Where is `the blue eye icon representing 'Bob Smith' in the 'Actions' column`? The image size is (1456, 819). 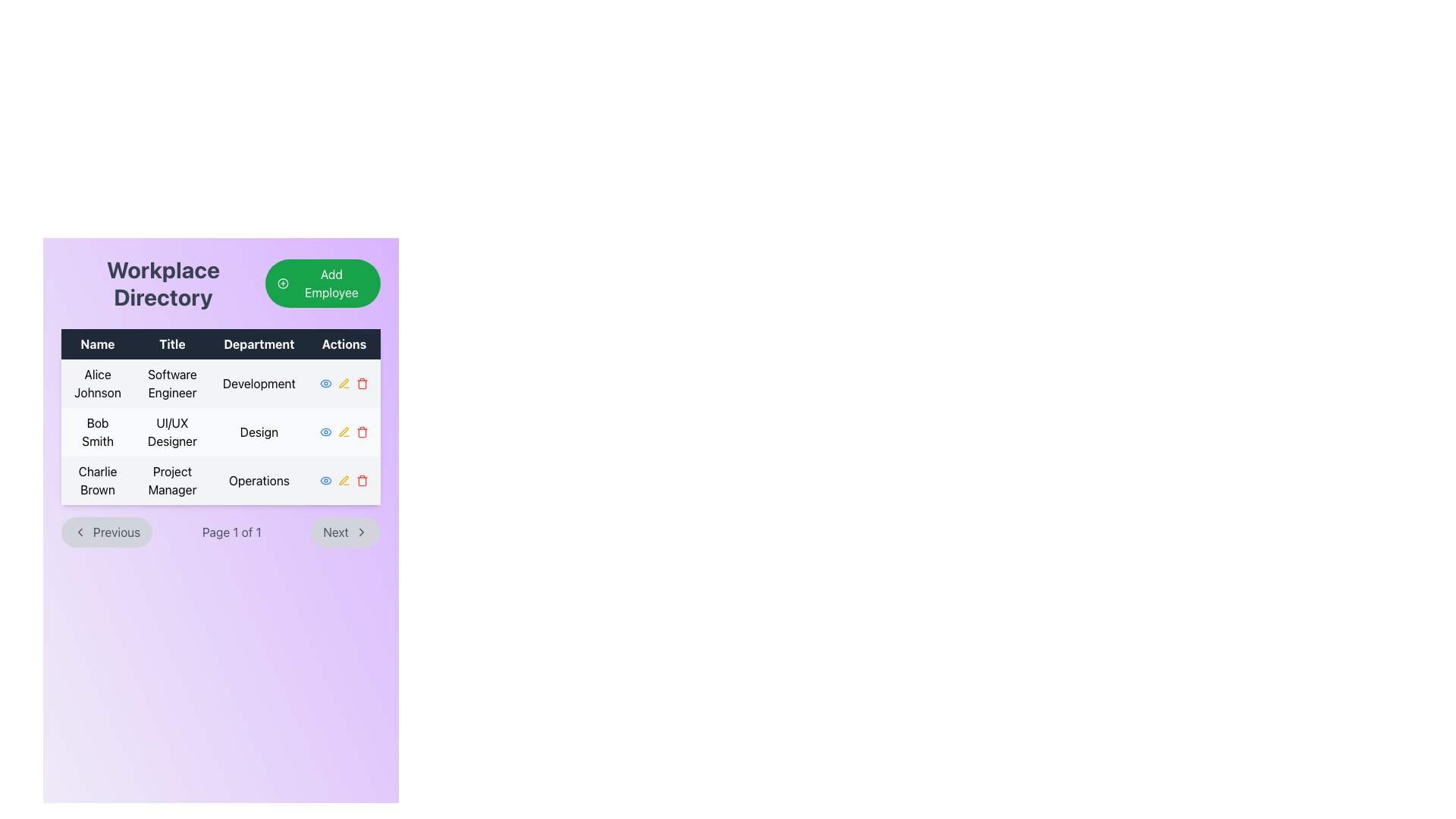 the blue eye icon representing 'Bob Smith' in the 'Actions' column is located at coordinates (325, 432).